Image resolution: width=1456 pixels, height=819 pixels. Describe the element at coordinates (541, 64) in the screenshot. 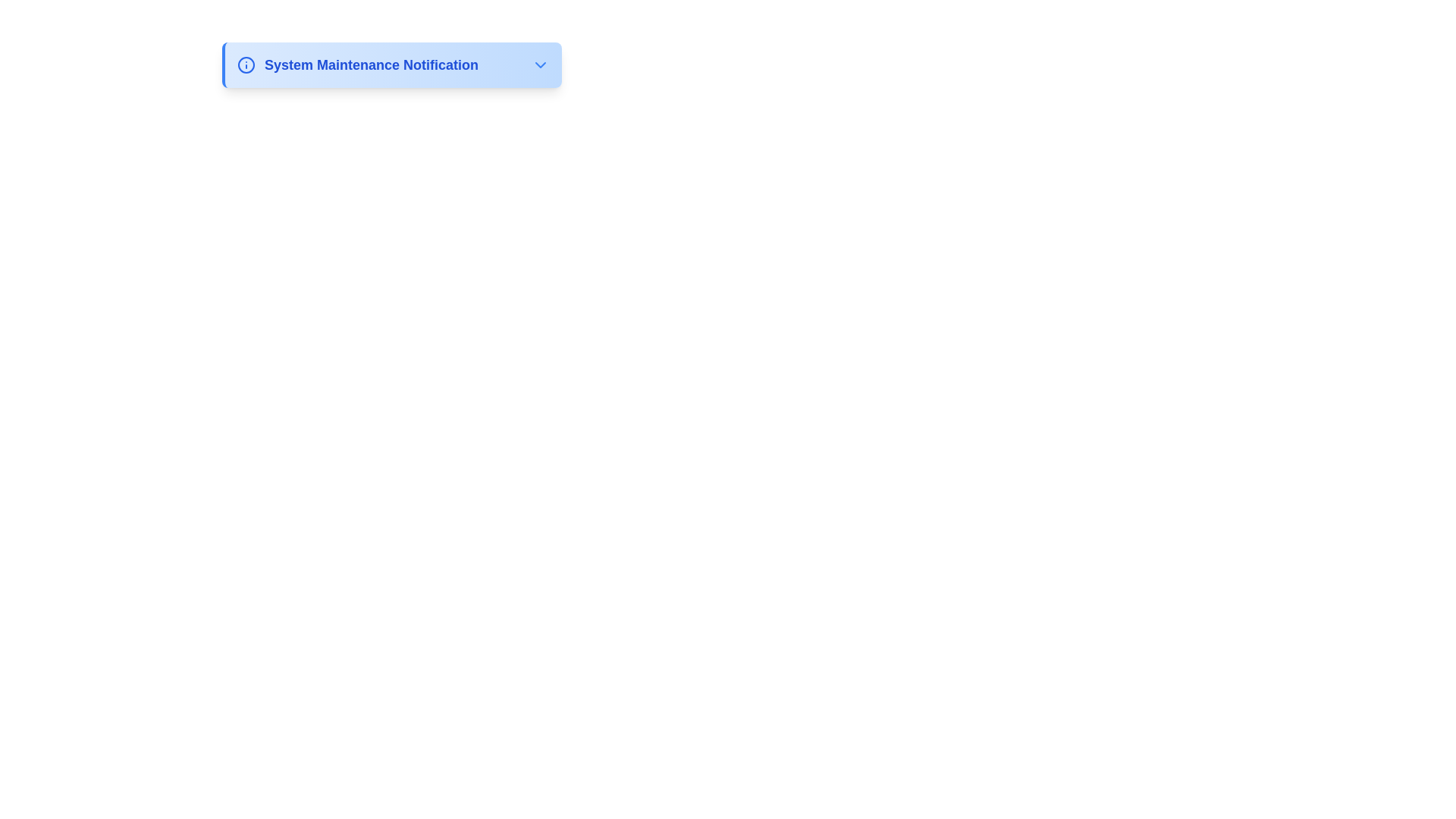

I see `chevron button to toggle the alert's expanded state` at that location.